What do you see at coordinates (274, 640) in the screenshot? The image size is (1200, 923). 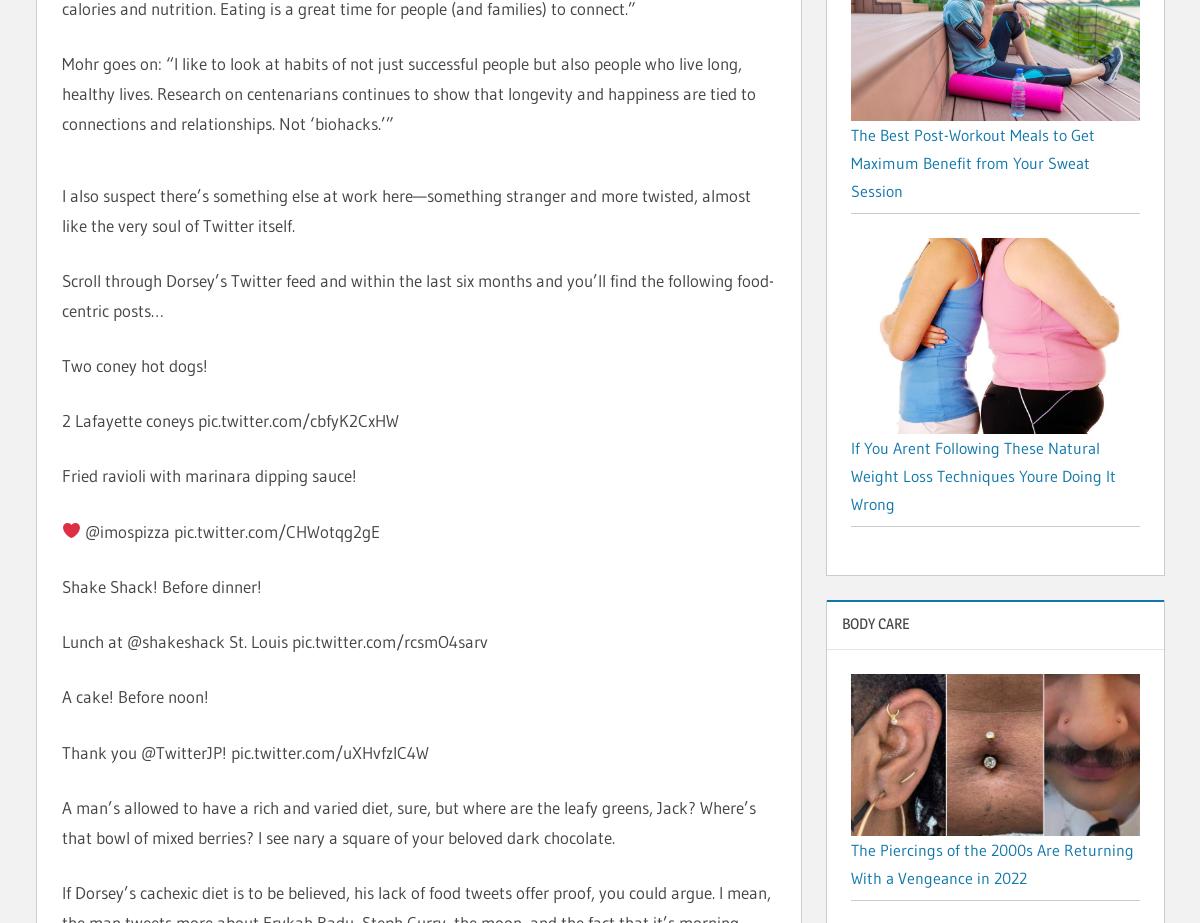 I see `'Lunch at @shakeshack St. Louis pic.twitter.com/rcsmO4sarv'` at bounding box center [274, 640].